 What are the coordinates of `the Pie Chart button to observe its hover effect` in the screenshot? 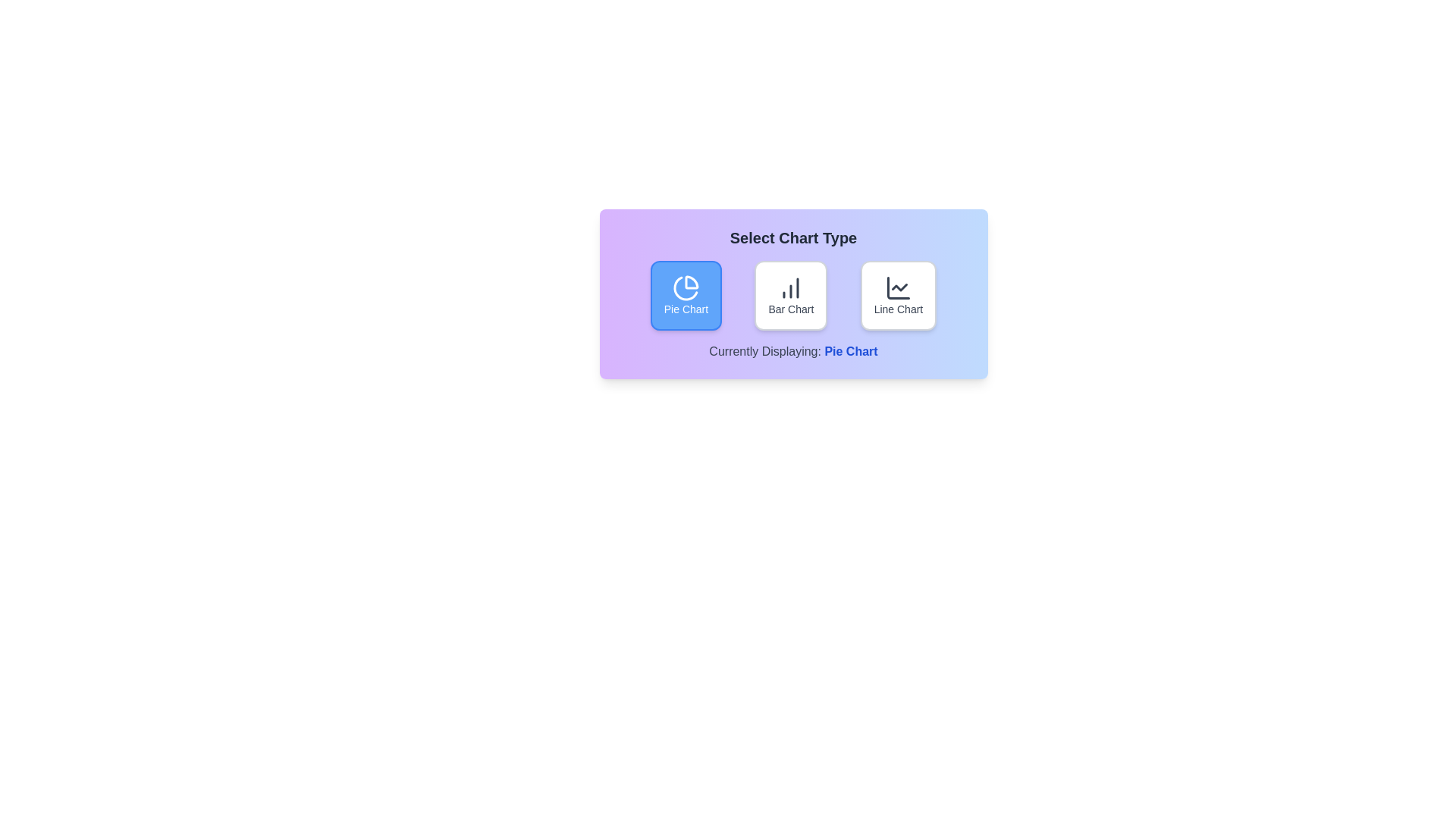 It's located at (685, 295).